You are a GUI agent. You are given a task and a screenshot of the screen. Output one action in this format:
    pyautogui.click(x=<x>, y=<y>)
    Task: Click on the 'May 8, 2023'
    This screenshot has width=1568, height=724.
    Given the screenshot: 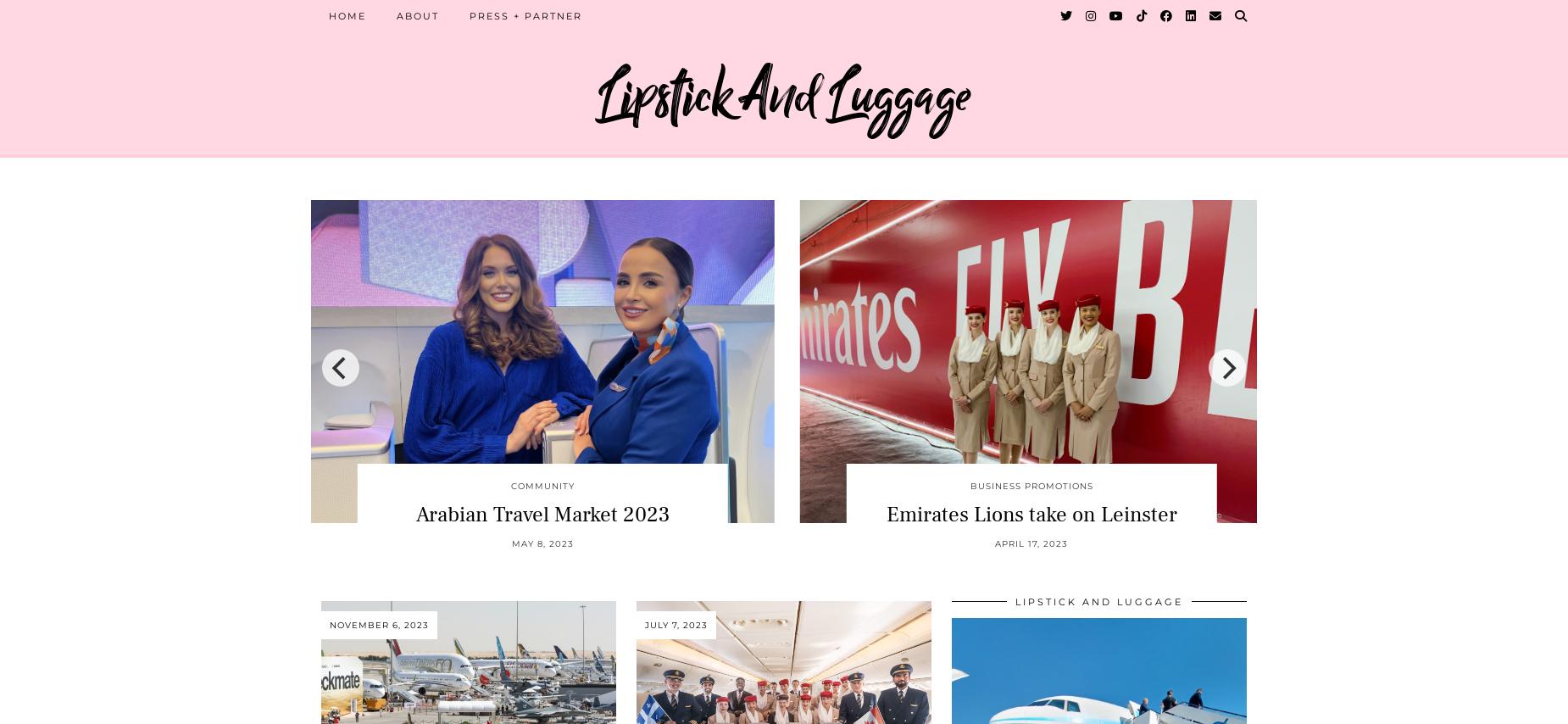 What is the action you would take?
    pyautogui.click(x=542, y=542)
    